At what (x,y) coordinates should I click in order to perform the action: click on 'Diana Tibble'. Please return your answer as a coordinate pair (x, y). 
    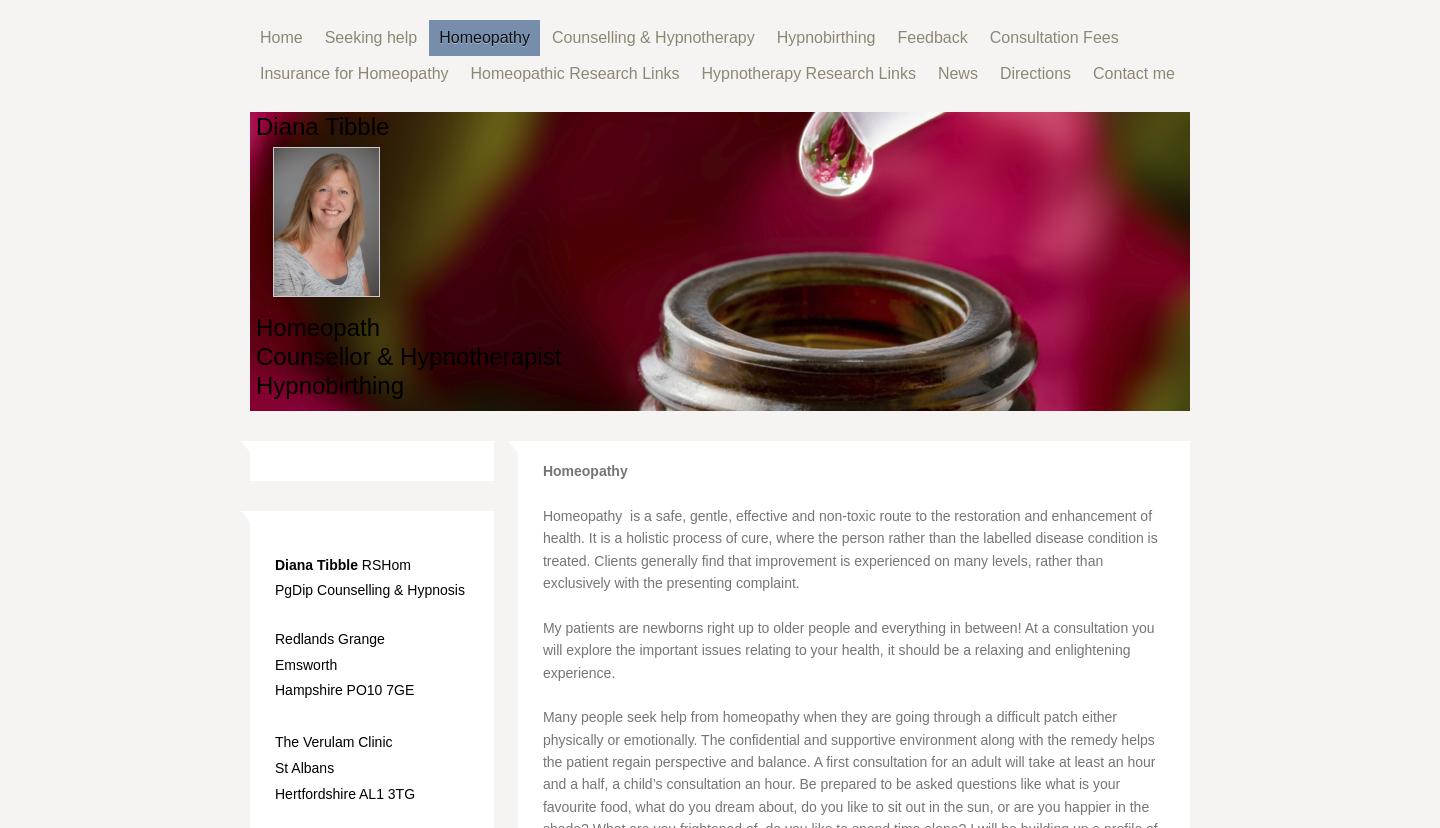
    Looking at the image, I should click on (274, 564).